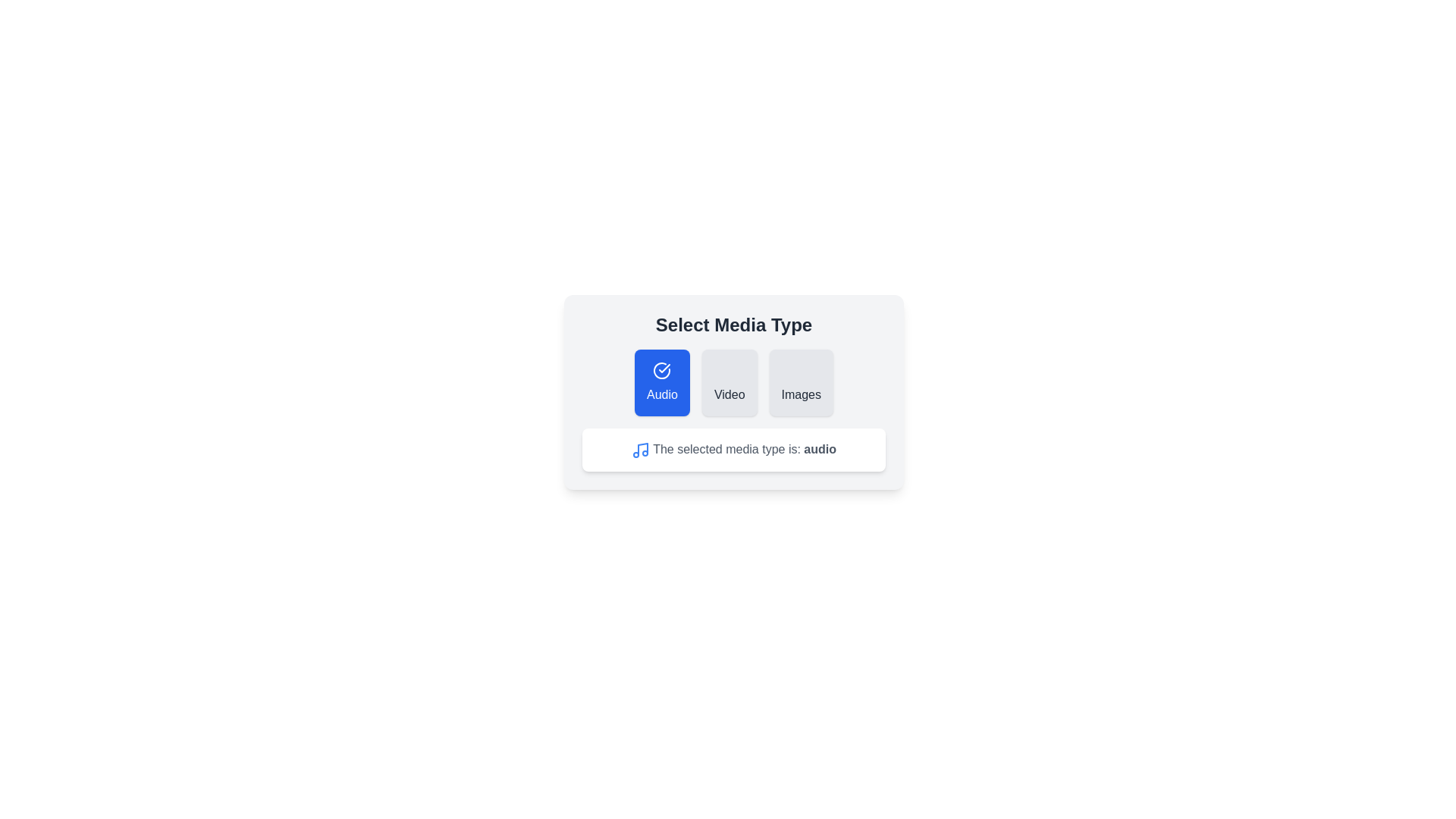 This screenshot has width=1456, height=819. I want to click on the blue-colored musical note icon located to the left of the text 'The selected media type is: audio', so click(640, 449).